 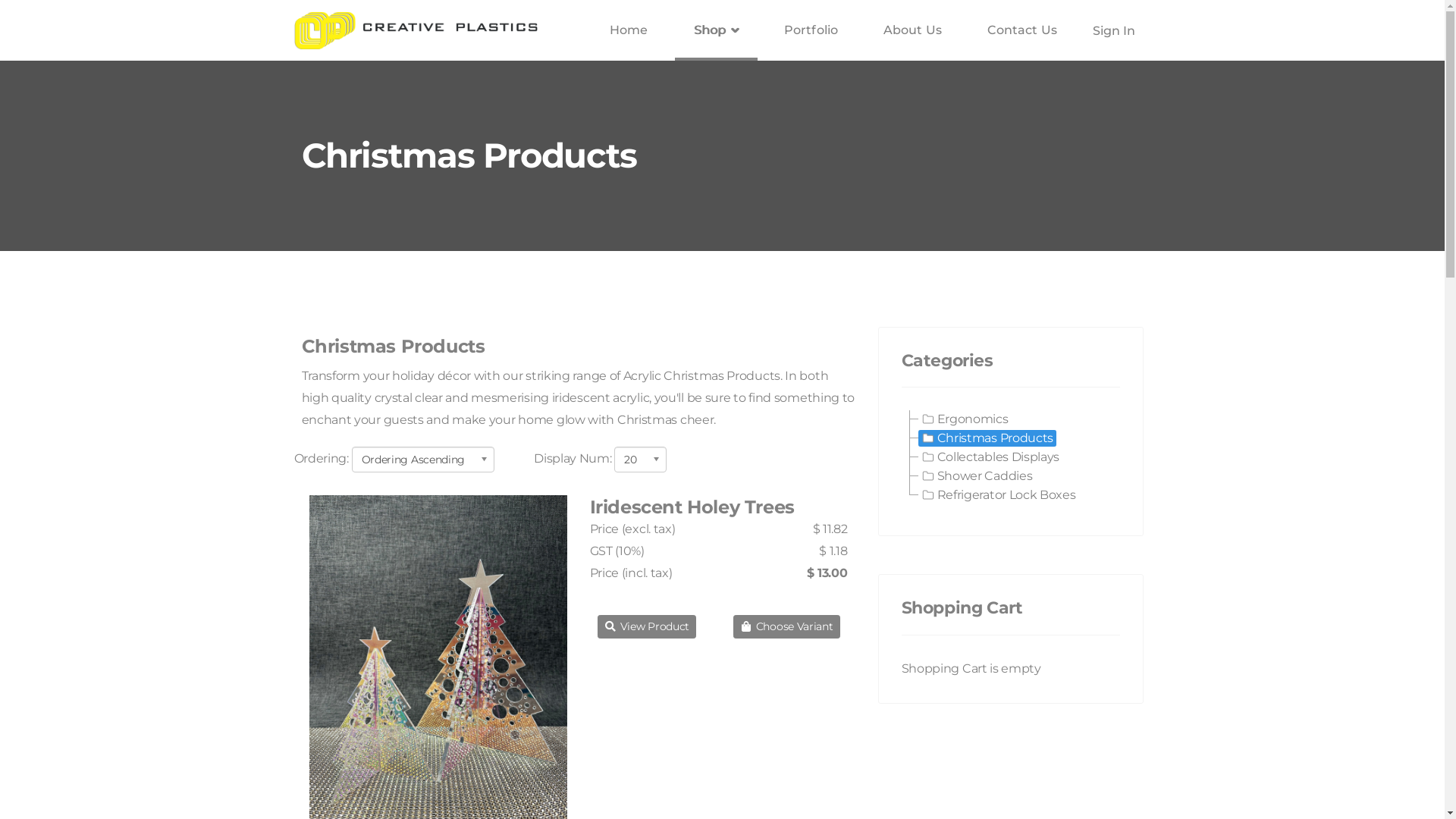 What do you see at coordinates (987, 438) in the screenshot?
I see `'Christmas Products'` at bounding box center [987, 438].